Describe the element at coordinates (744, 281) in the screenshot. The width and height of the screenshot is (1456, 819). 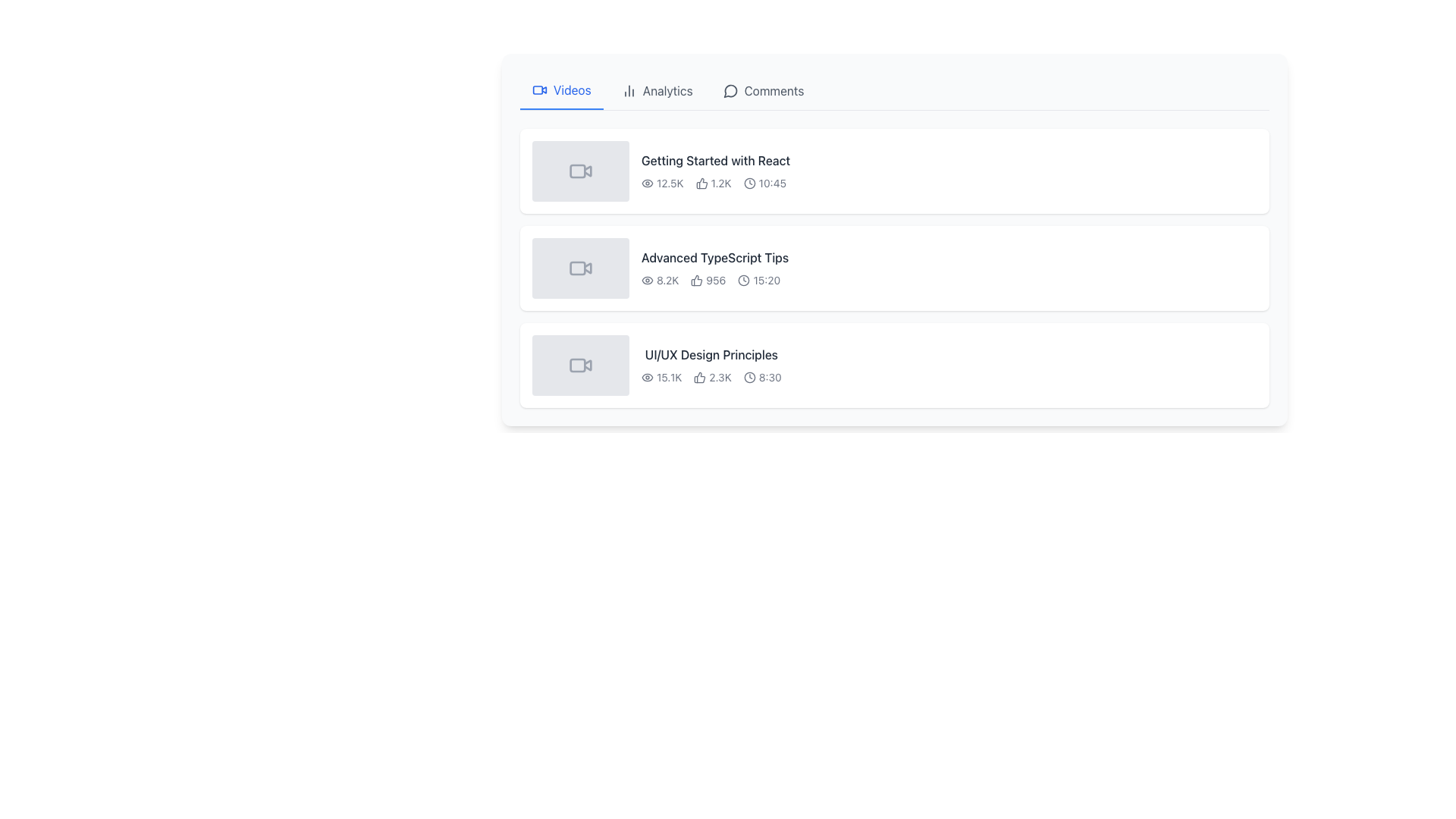
I see `the icon indicating a time duration or timestamp located to the left of the text '15:20' in the listing for 'Advanced TypeScript Tips'` at that location.